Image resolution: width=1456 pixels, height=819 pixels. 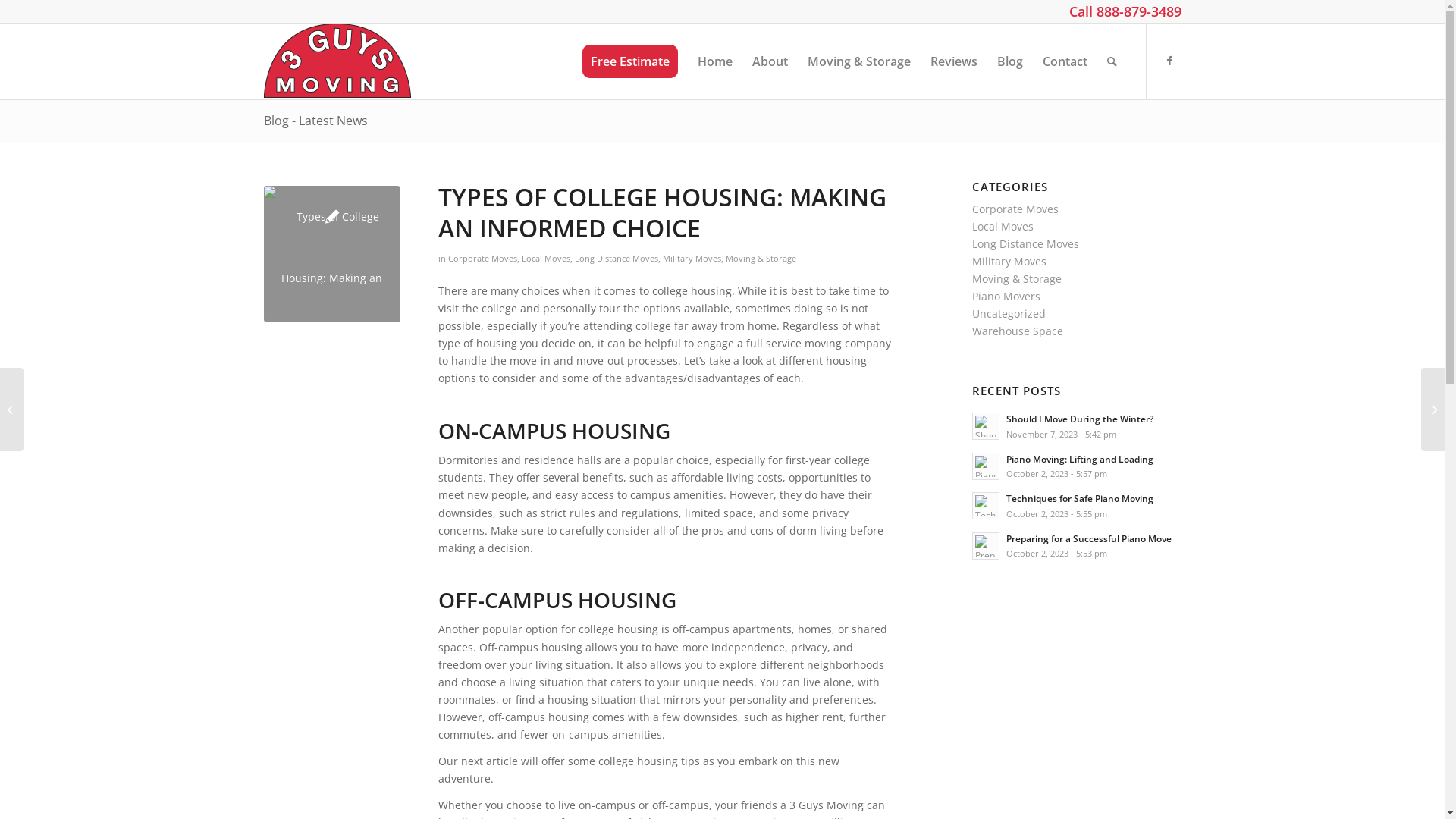 I want to click on 'Moving & Storage', so click(x=858, y=61).